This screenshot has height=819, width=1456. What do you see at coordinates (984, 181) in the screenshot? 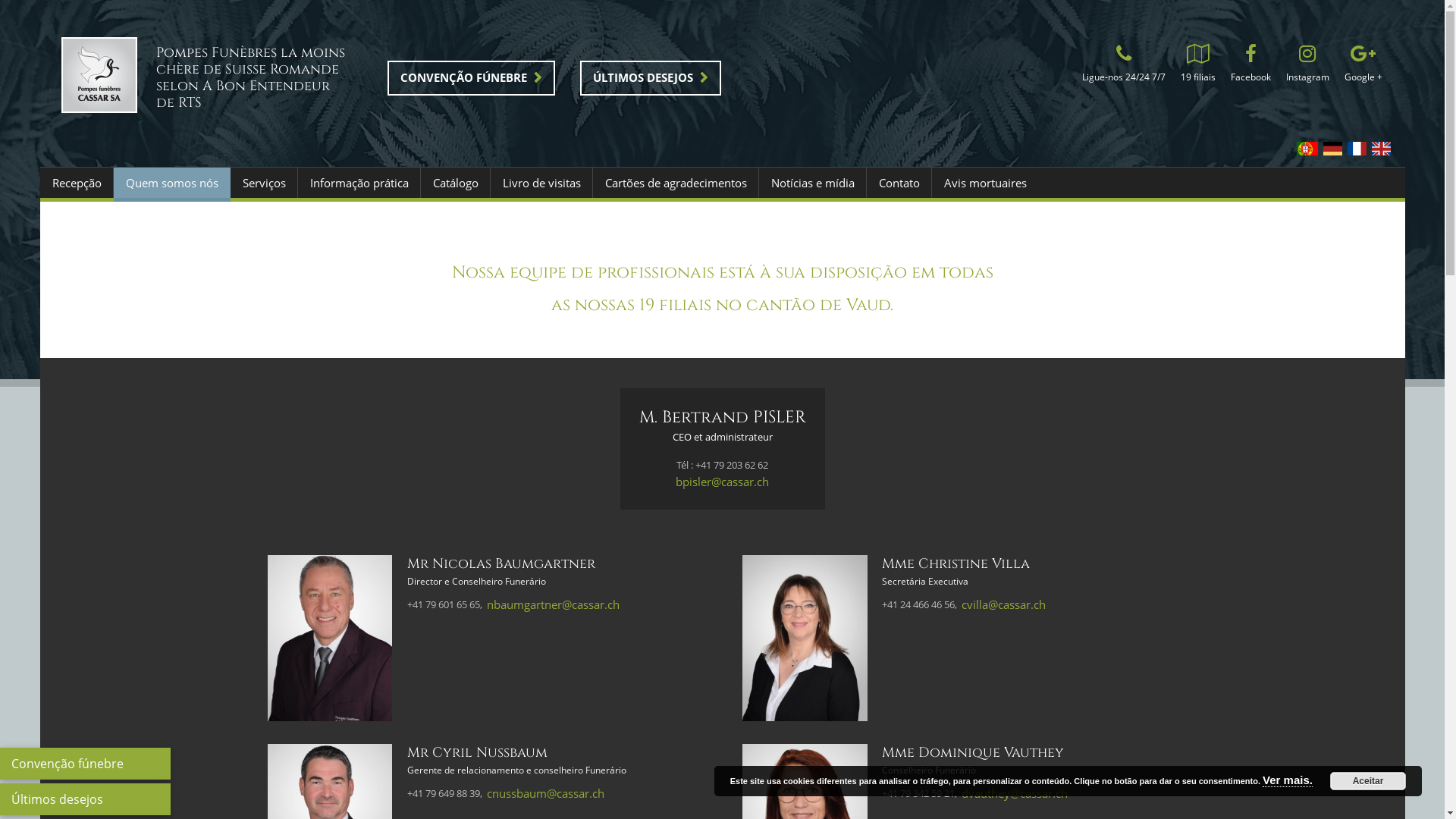
I see `'Avis mortuaires'` at bounding box center [984, 181].